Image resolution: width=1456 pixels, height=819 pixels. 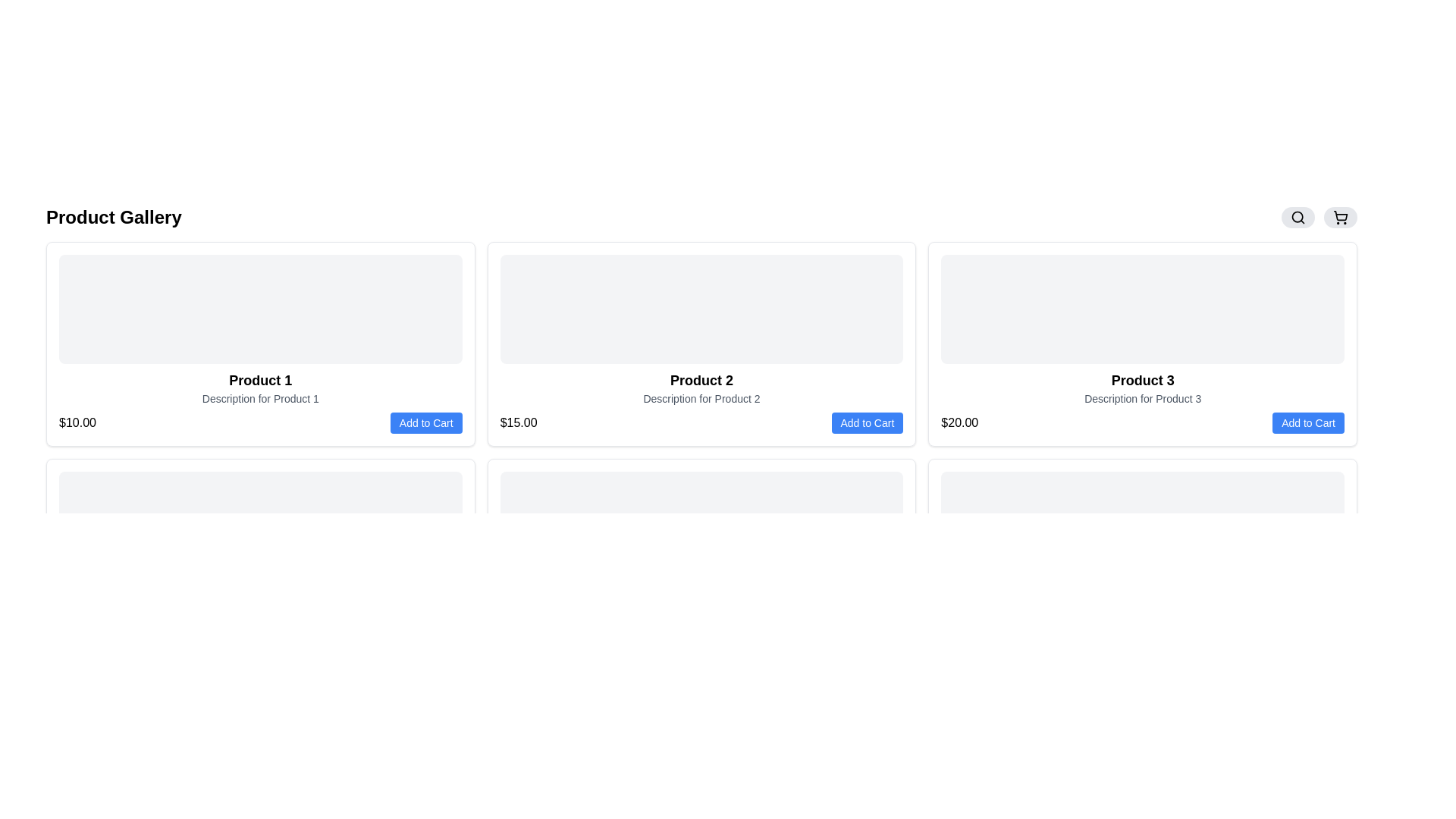 What do you see at coordinates (260, 397) in the screenshot?
I see `the descriptive text label for 'Product 1' located below the title and above the price '$10.00'` at bounding box center [260, 397].